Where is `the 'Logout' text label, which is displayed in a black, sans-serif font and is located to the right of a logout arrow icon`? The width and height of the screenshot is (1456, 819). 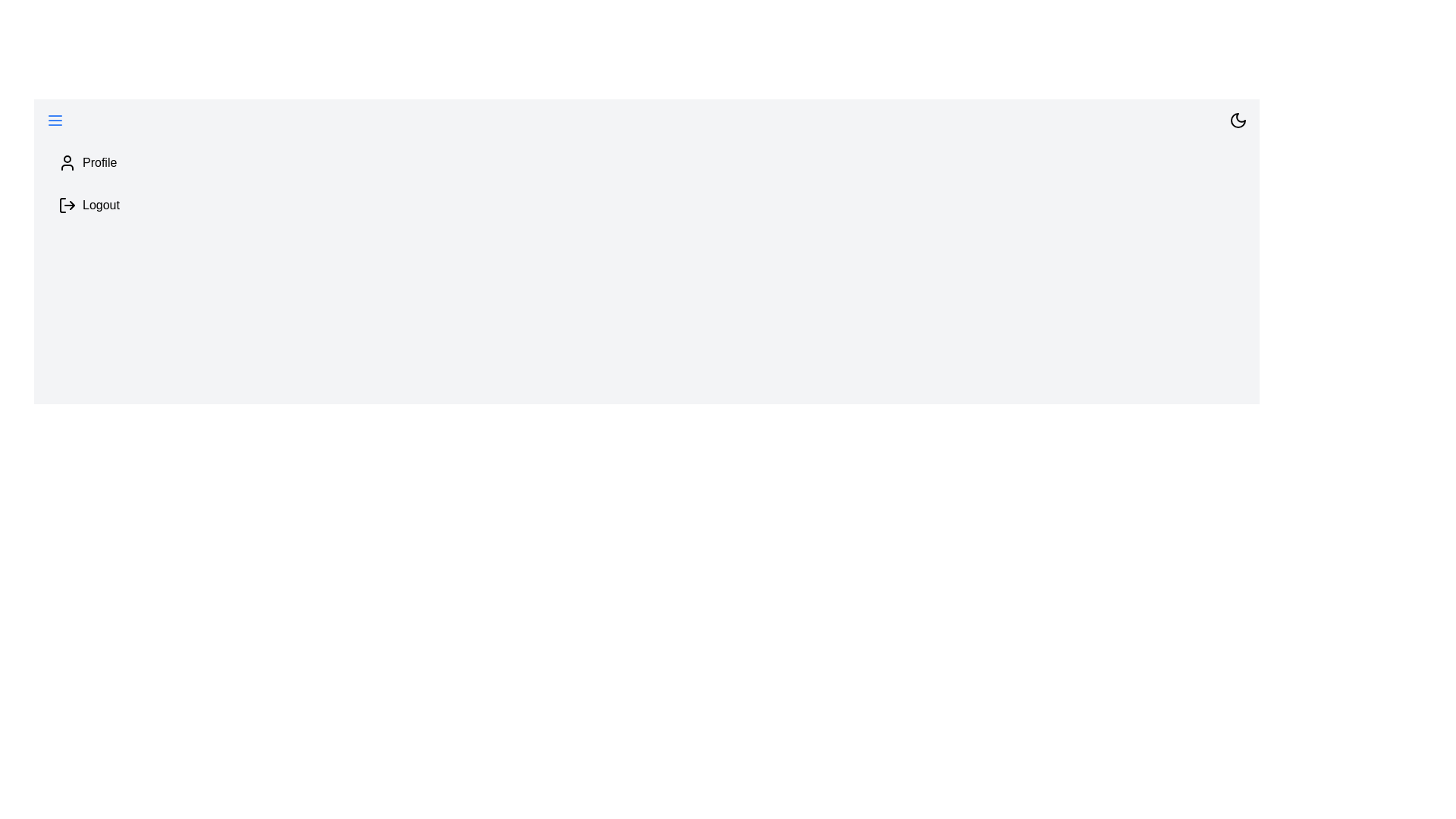
the 'Logout' text label, which is displayed in a black, sans-serif font and is located to the right of a logout arrow icon is located at coordinates (100, 205).